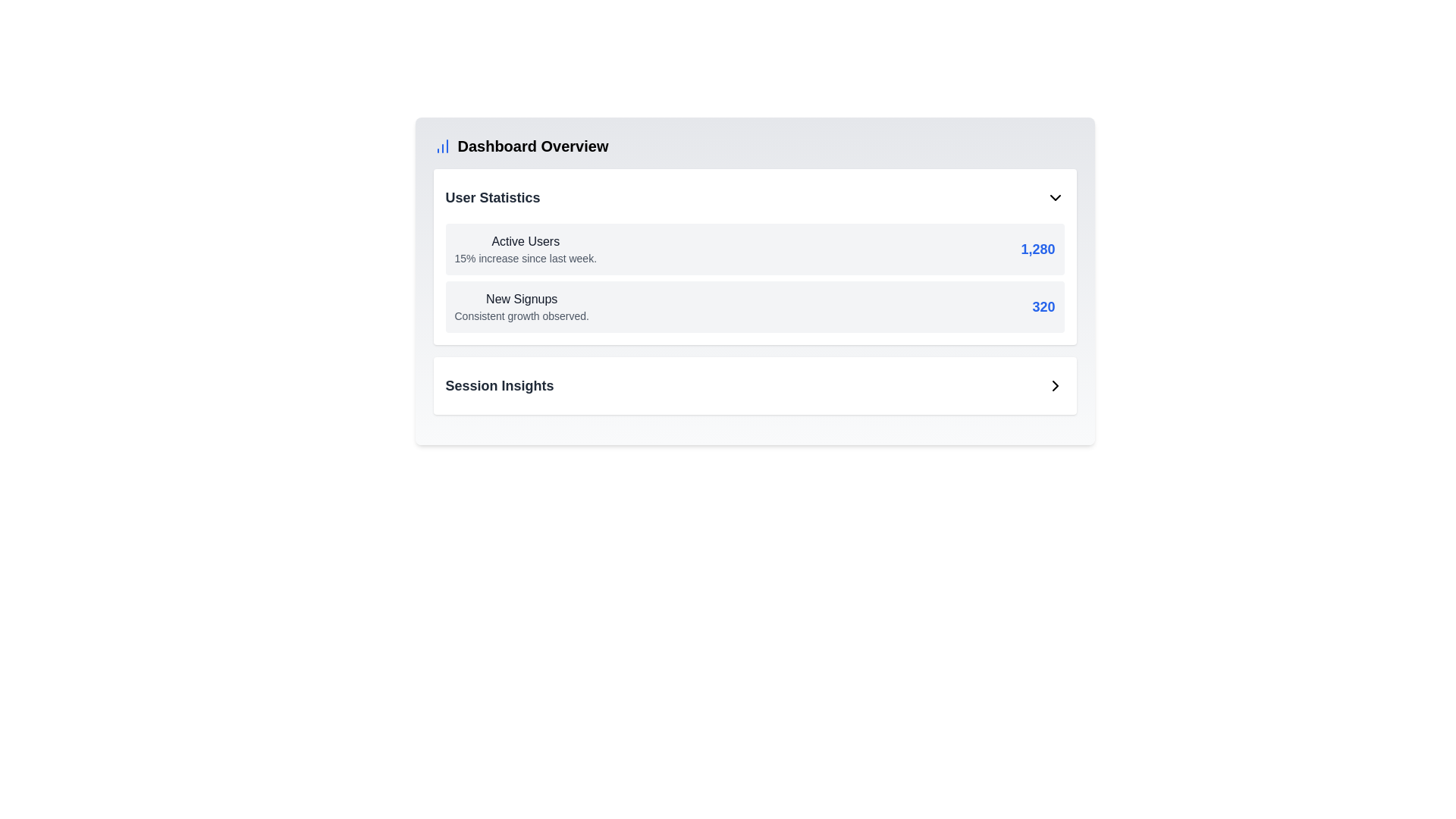  What do you see at coordinates (1054, 197) in the screenshot?
I see `the downward-pointing chevron icon located to the right of the 'User Statistics' section header` at bounding box center [1054, 197].